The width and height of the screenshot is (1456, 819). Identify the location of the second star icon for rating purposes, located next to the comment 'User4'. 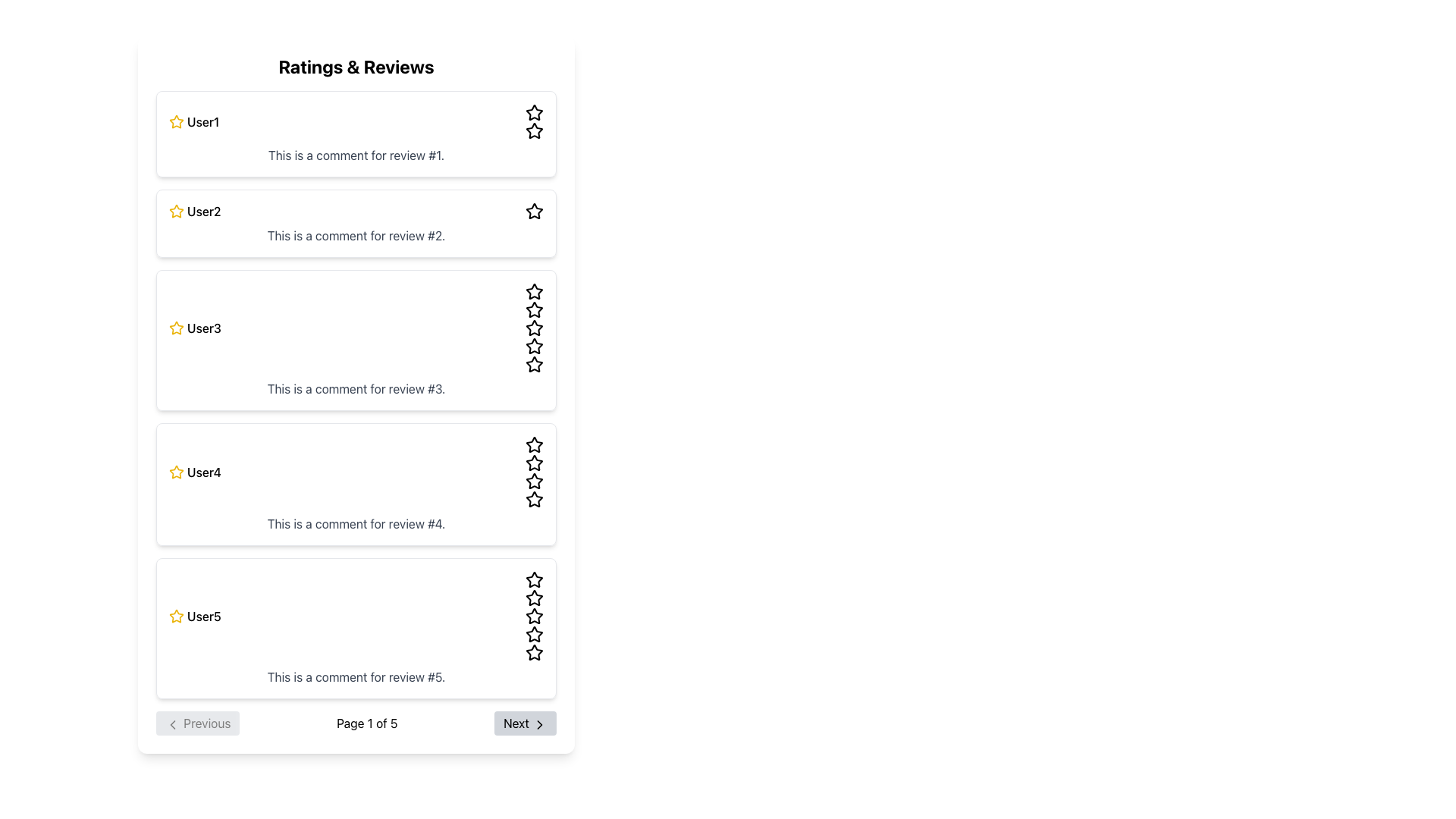
(535, 444).